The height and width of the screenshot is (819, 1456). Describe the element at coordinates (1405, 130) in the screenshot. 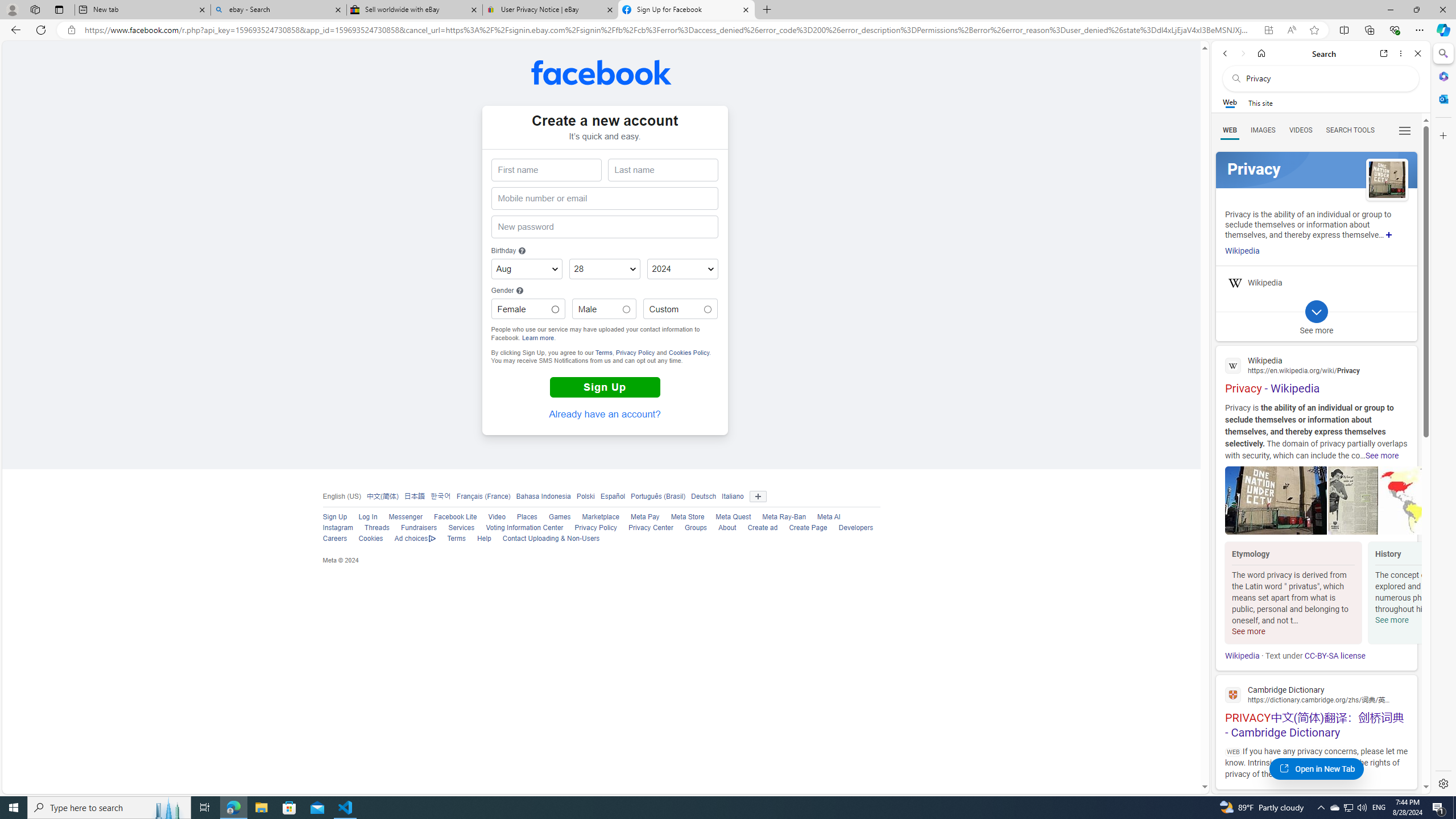

I see `'Class: b_serphb'` at that location.